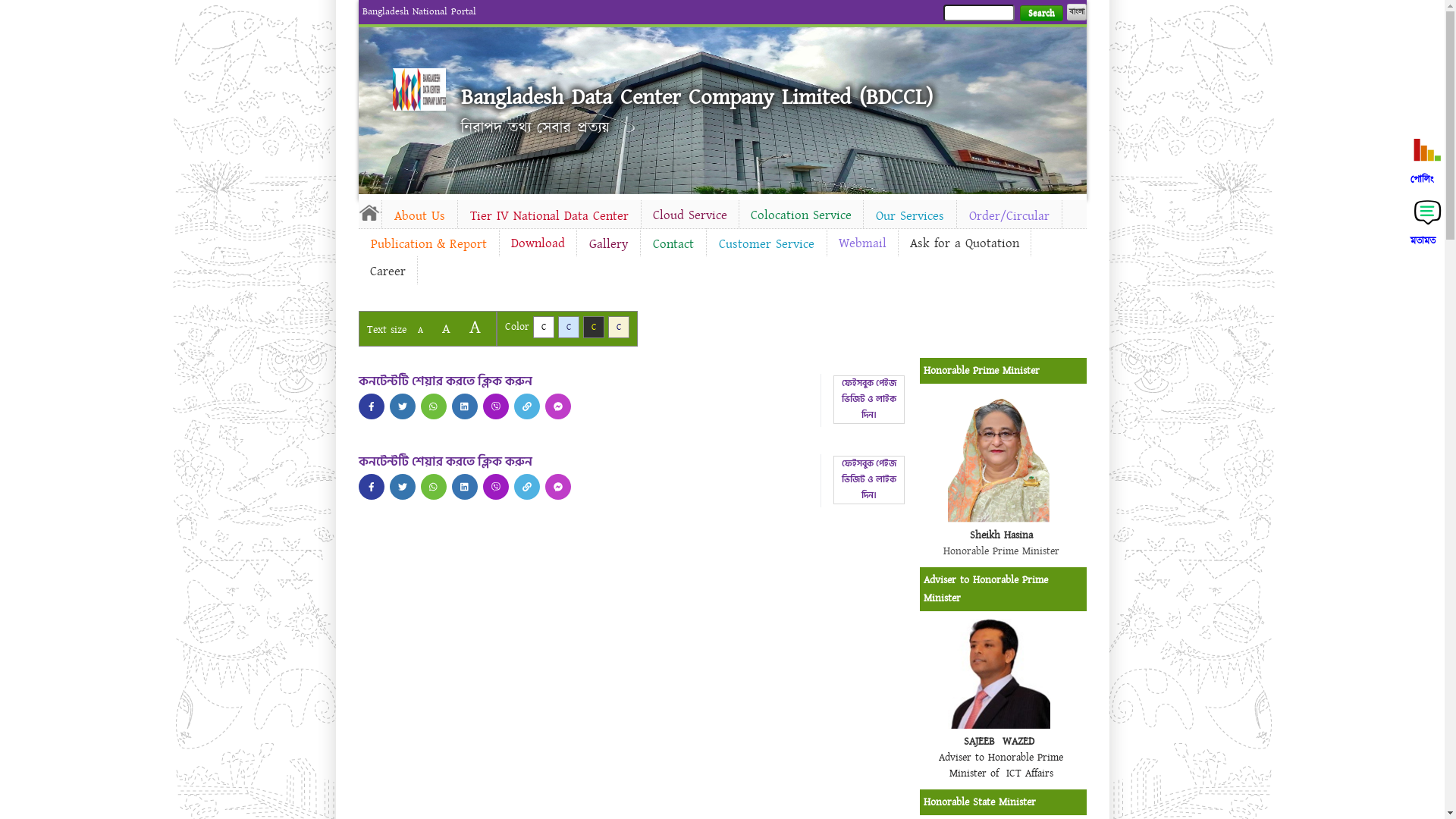 This screenshot has height=819, width=1456. I want to click on 'Download', so click(537, 242).